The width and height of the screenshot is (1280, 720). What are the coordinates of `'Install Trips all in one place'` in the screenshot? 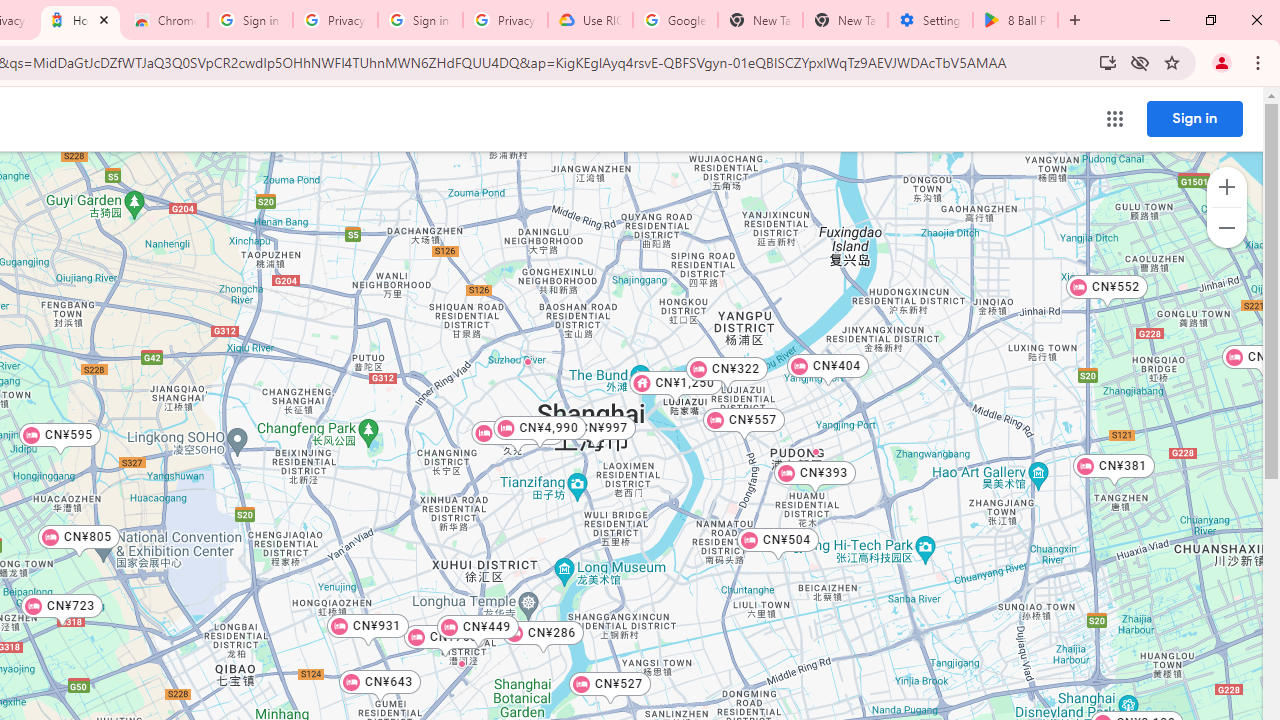 It's located at (1106, 61).